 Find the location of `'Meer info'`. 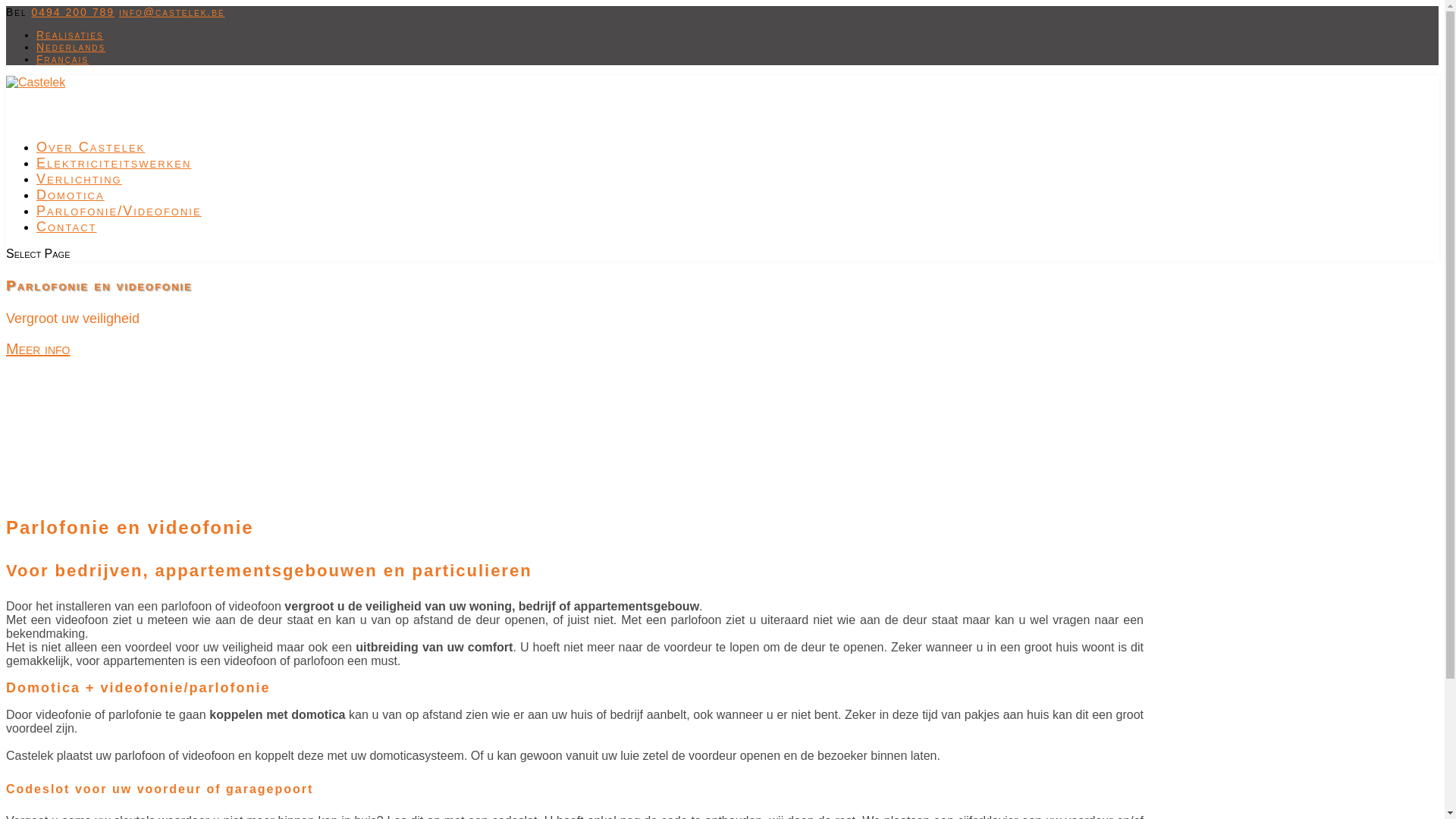

'Meer info' is located at coordinates (6, 348).